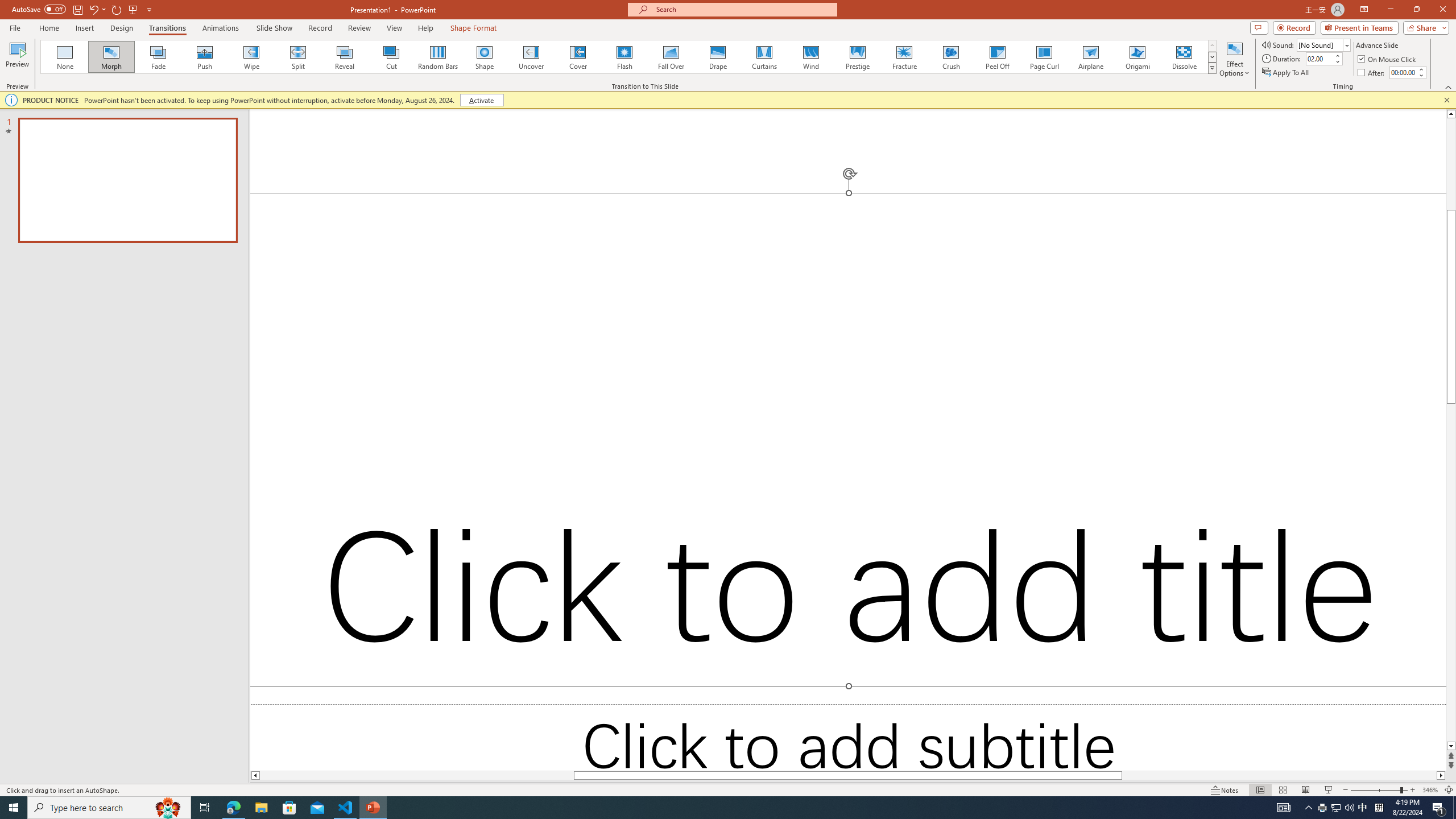  What do you see at coordinates (1319, 58) in the screenshot?
I see `'Duration'` at bounding box center [1319, 58].